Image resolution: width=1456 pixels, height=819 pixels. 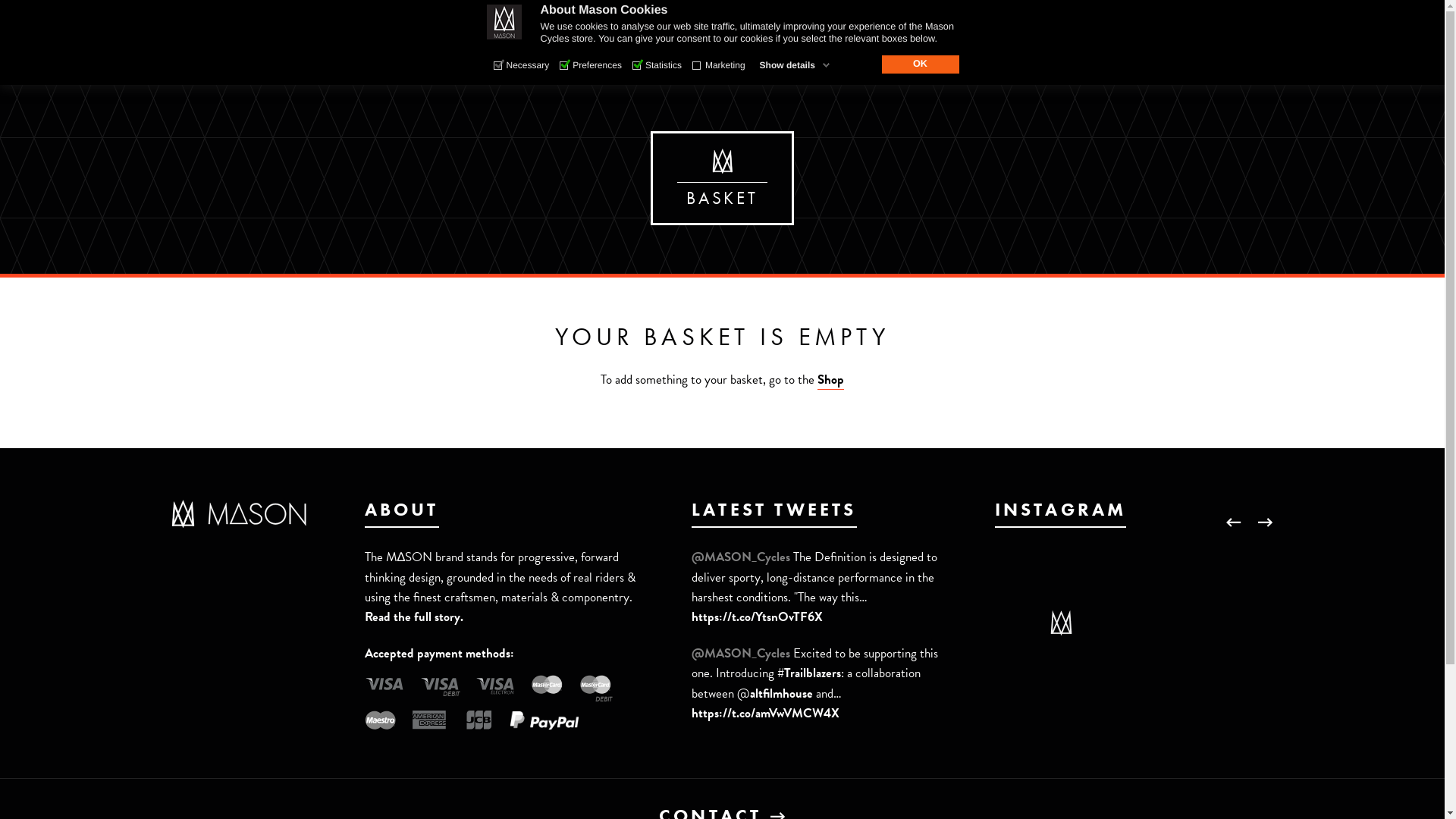 What do you see at coordinates (777, 672) in the screenshot?
I see `'#Trailblazers'` at bounding box center [777, 672].